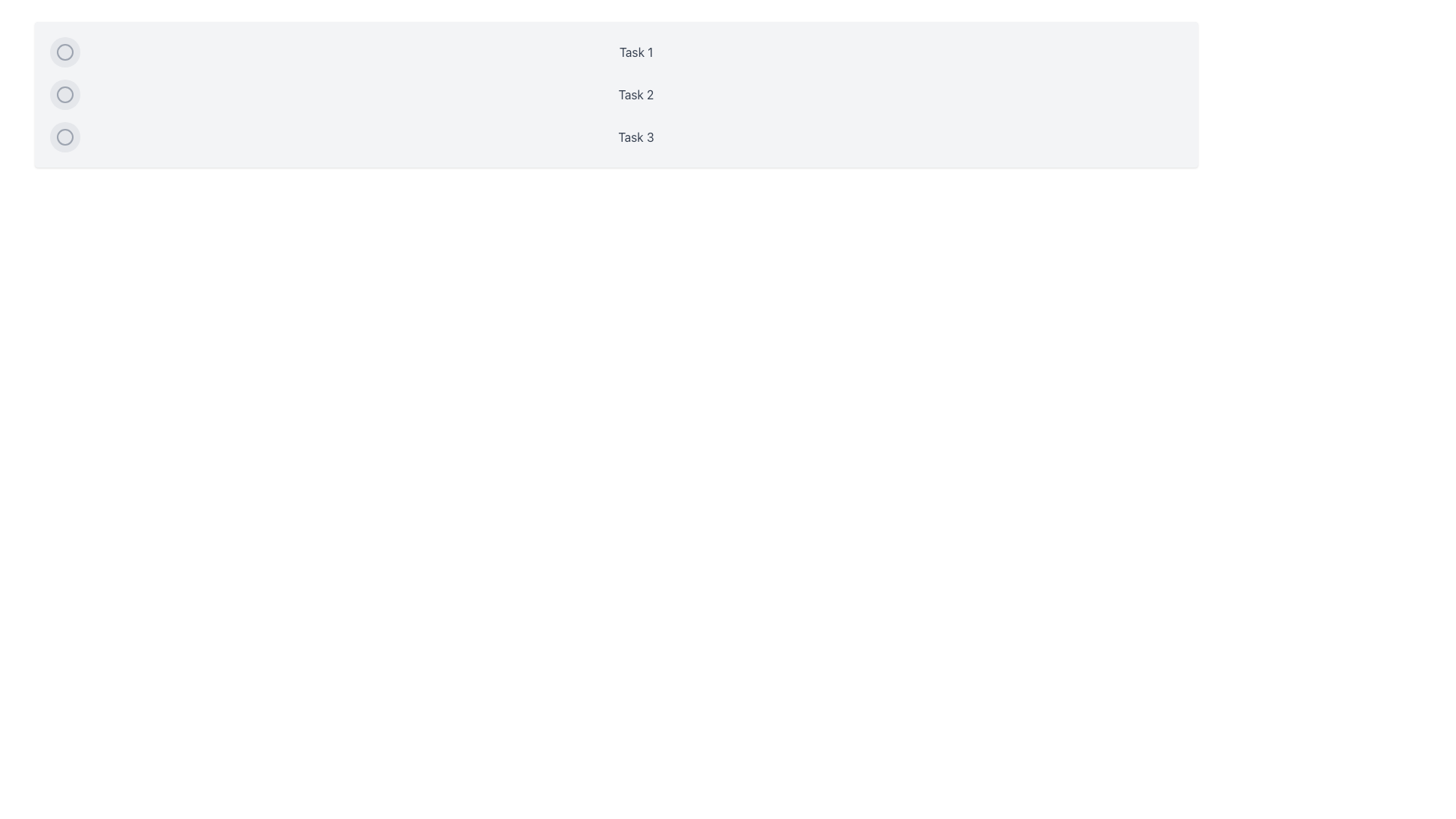  I want to click on the first List Item labeled 'Task 1', so click(616, 52).